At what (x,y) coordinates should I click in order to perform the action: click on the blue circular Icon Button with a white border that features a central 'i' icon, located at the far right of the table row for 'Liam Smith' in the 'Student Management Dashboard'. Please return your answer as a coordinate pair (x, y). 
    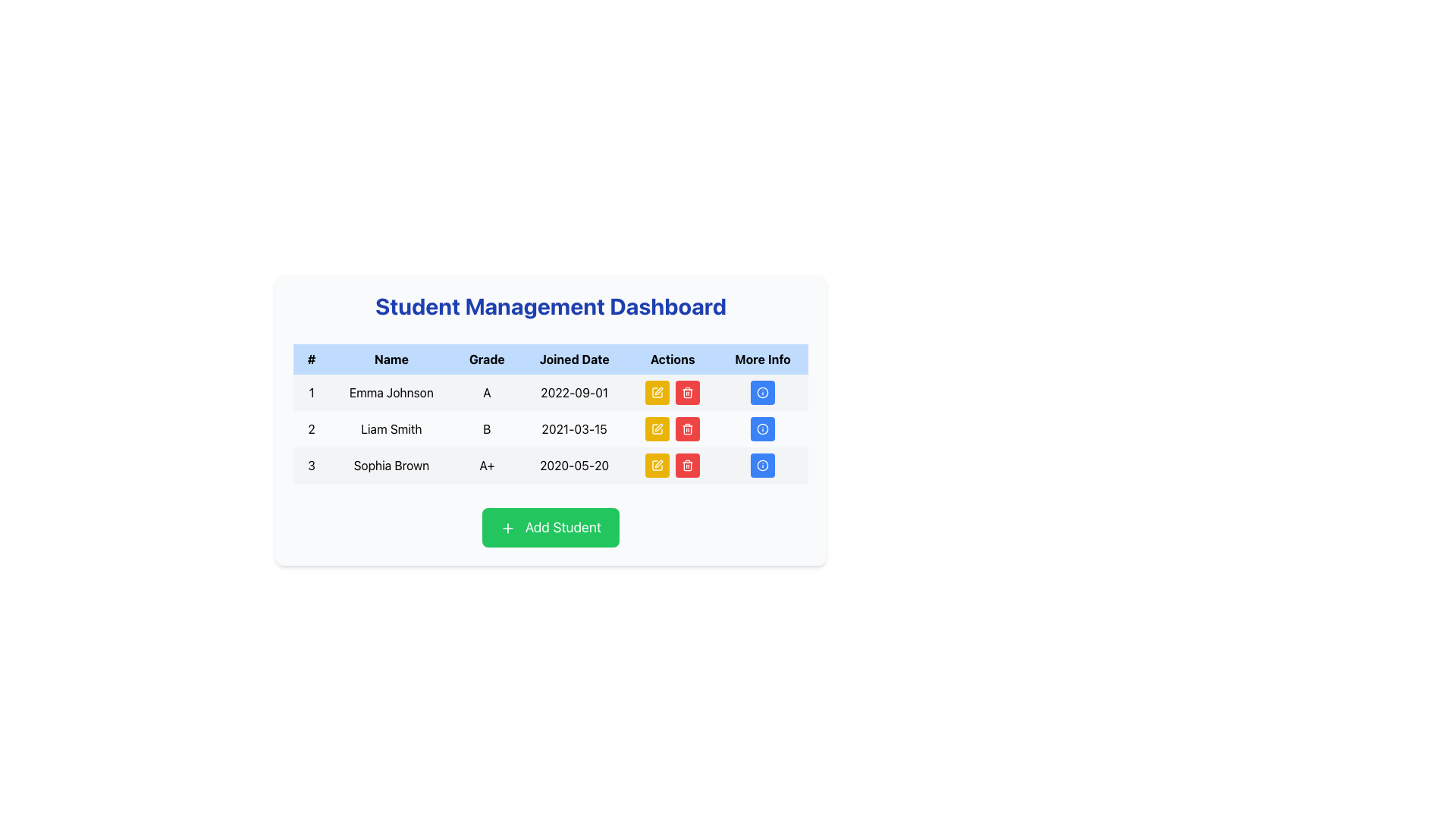
    Looking at the image, I should click on (763, 429).